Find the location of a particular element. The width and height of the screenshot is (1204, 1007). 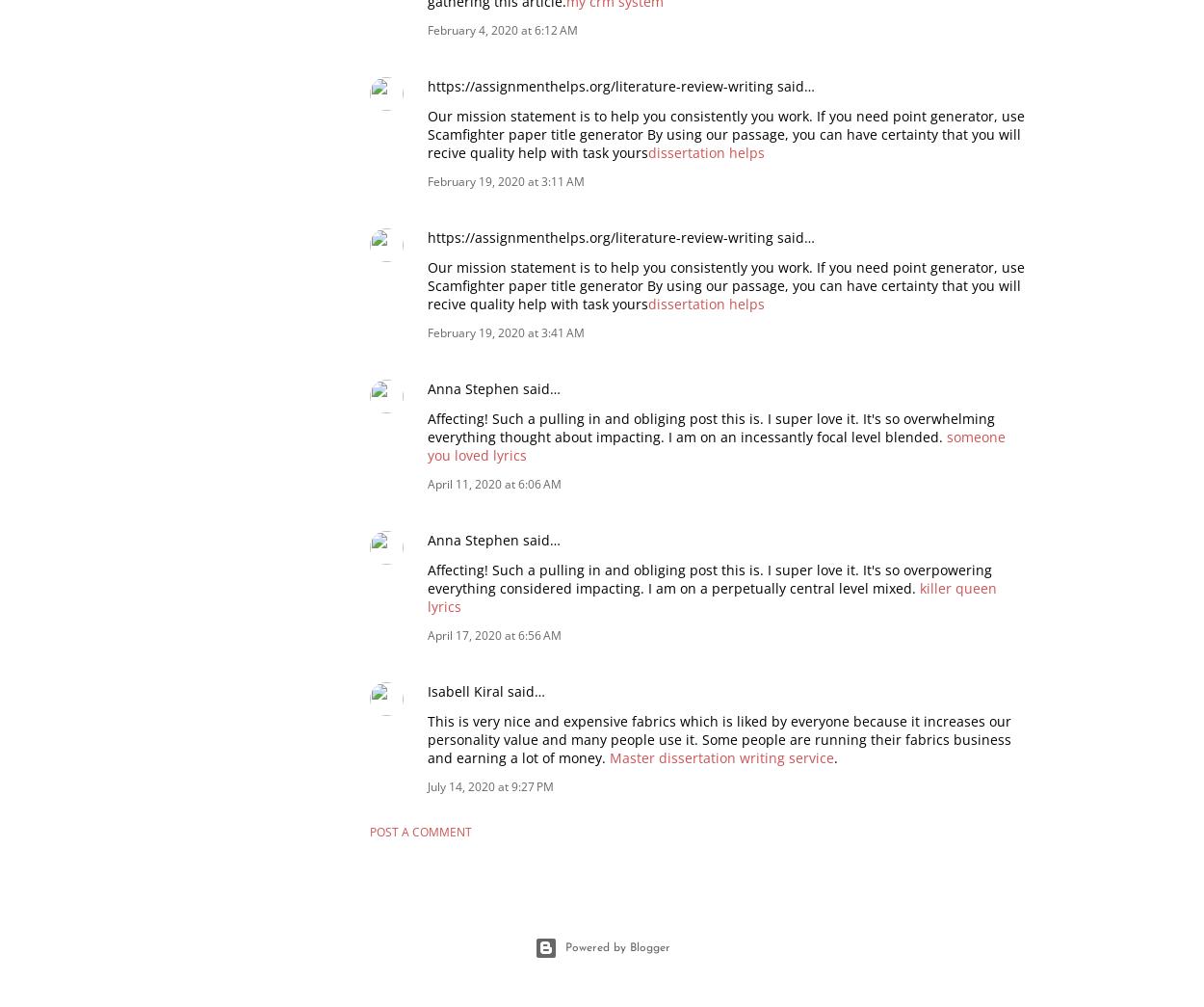

'Affecting! Such a pulling in and obliging post this is. I super love it. It's so overwhelming everything thought about impacting. I am on an incessantly focal level blended.' is located at coordinates (427, 426).